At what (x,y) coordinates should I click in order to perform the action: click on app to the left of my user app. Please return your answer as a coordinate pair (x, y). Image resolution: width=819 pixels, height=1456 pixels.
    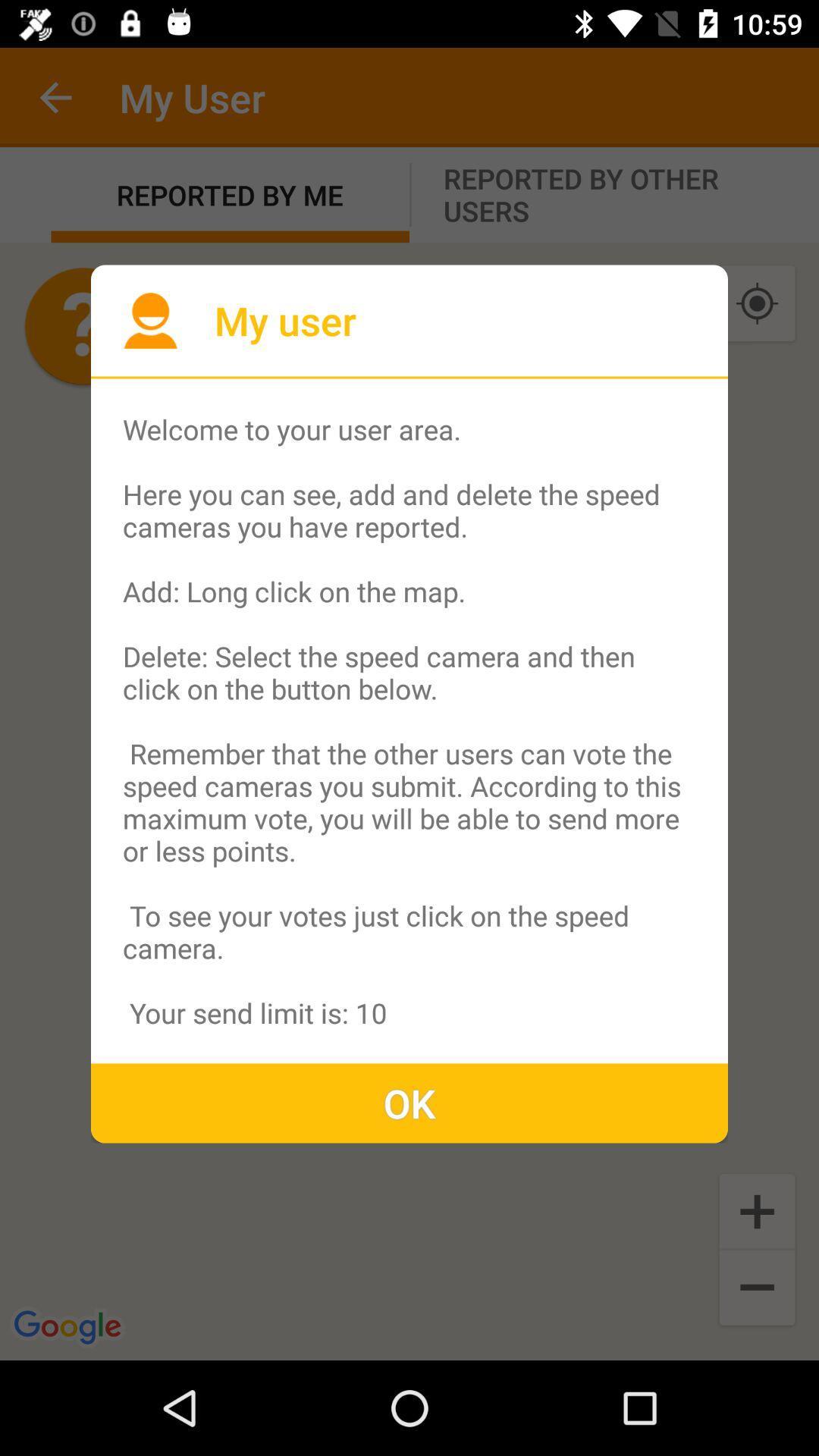
    Looking at the image, I should click on (150, 319).